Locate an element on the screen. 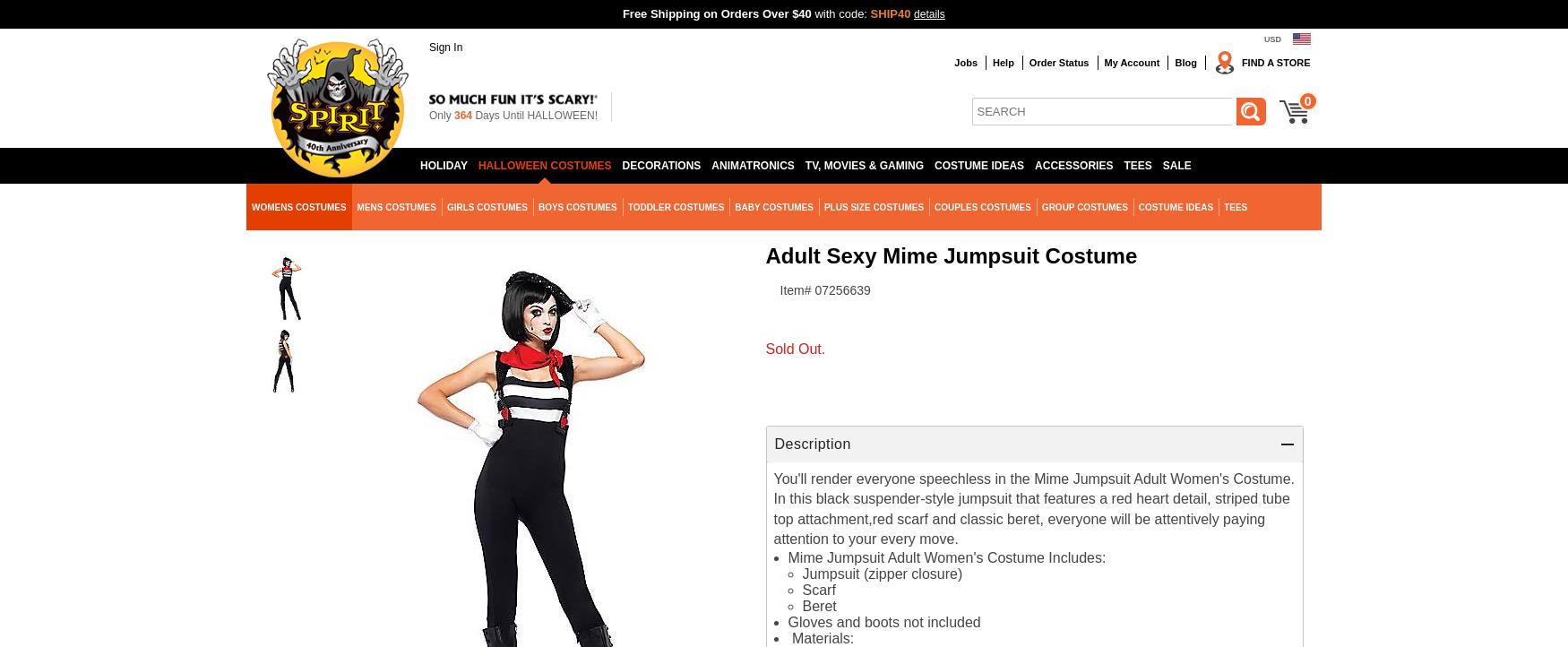 The height and width of the screenshot is (647, 1568). 'with code:' is located at coordinates (841, 13).